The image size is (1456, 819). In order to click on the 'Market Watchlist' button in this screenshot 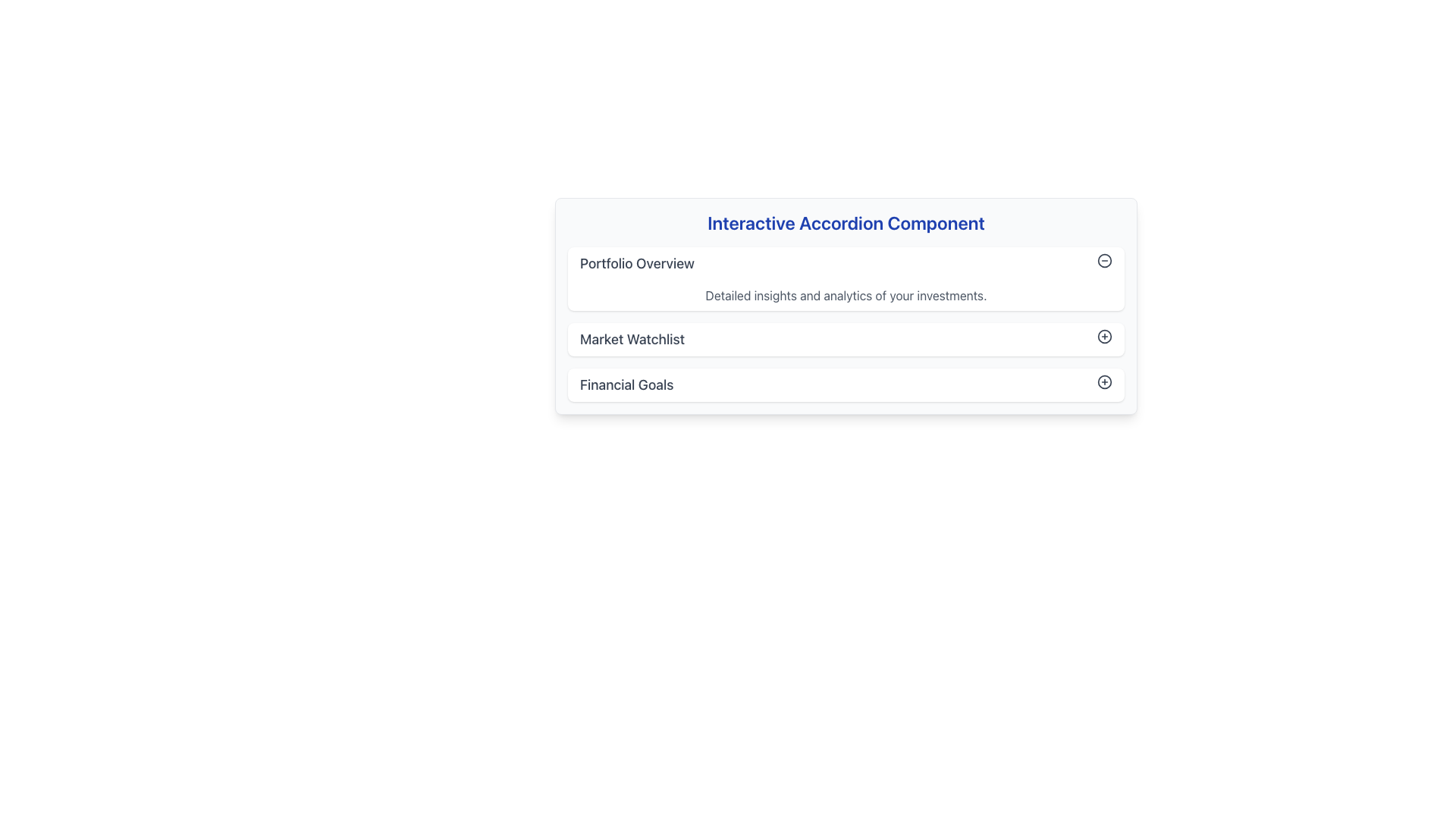, I will do `click(846, 338)`.